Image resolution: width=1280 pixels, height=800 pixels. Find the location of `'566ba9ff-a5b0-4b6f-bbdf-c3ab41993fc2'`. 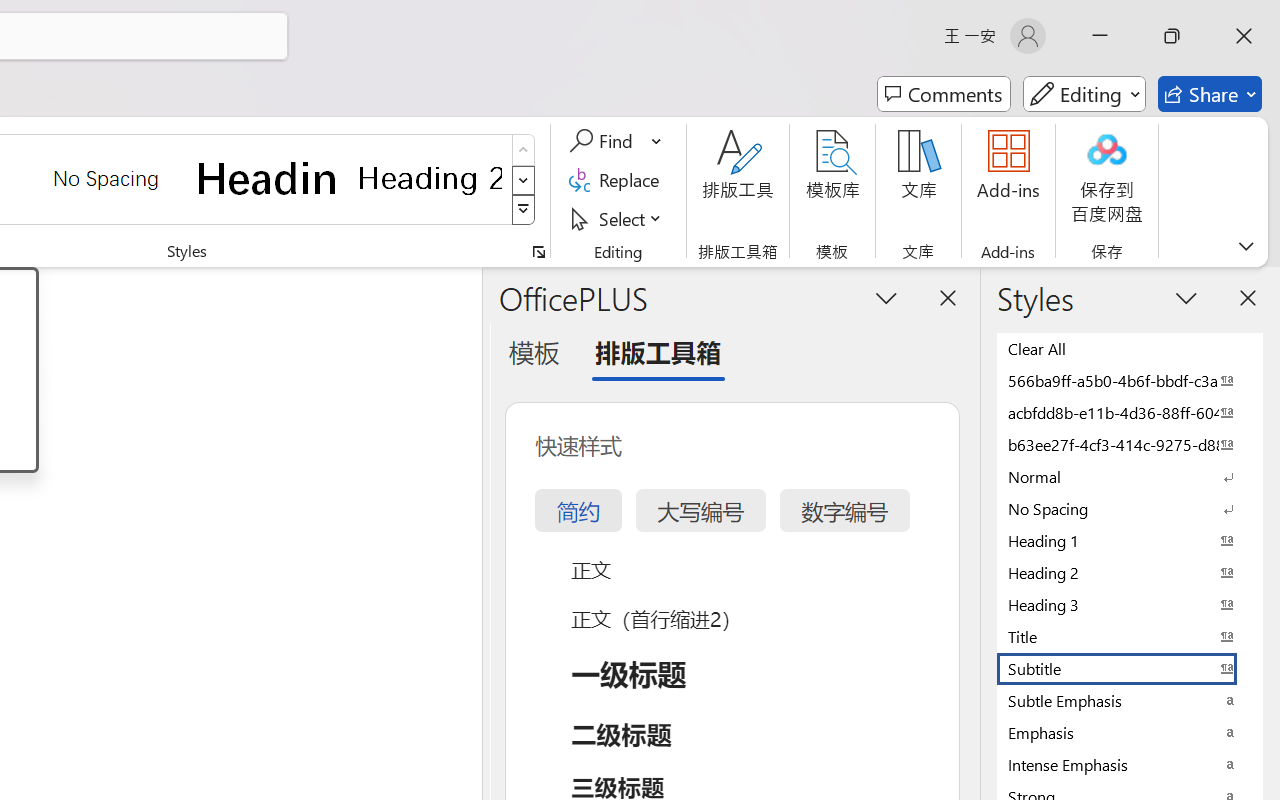

'566ba9ff-a5b0-4b6f-bbdf-c3ab41993fc2' is located at coordinates (1130, 379).